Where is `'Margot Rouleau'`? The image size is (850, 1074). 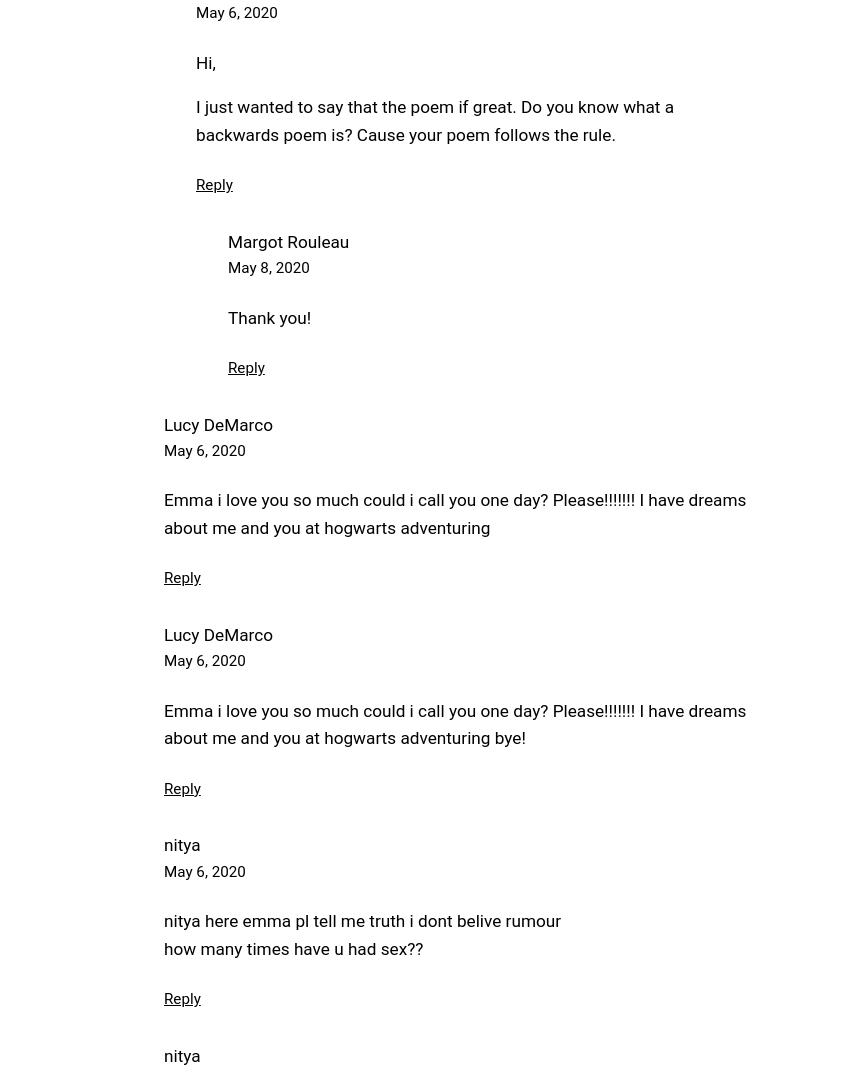
'Margot Rouleau' is located at coordinates (287, 240).